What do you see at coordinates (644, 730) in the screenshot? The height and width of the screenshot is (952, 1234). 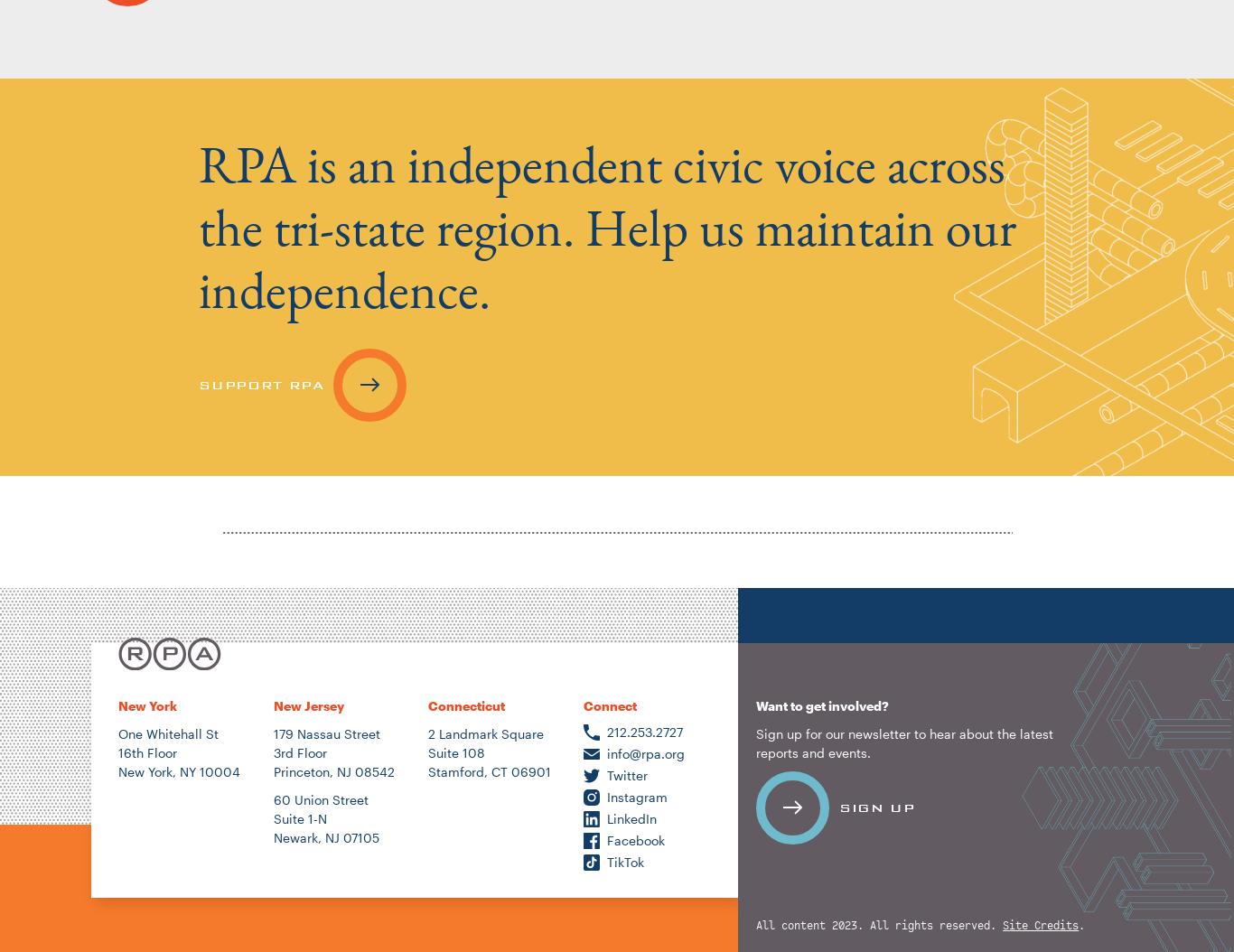 I see `'212.253.2727'` at bounding box center [644, 730].